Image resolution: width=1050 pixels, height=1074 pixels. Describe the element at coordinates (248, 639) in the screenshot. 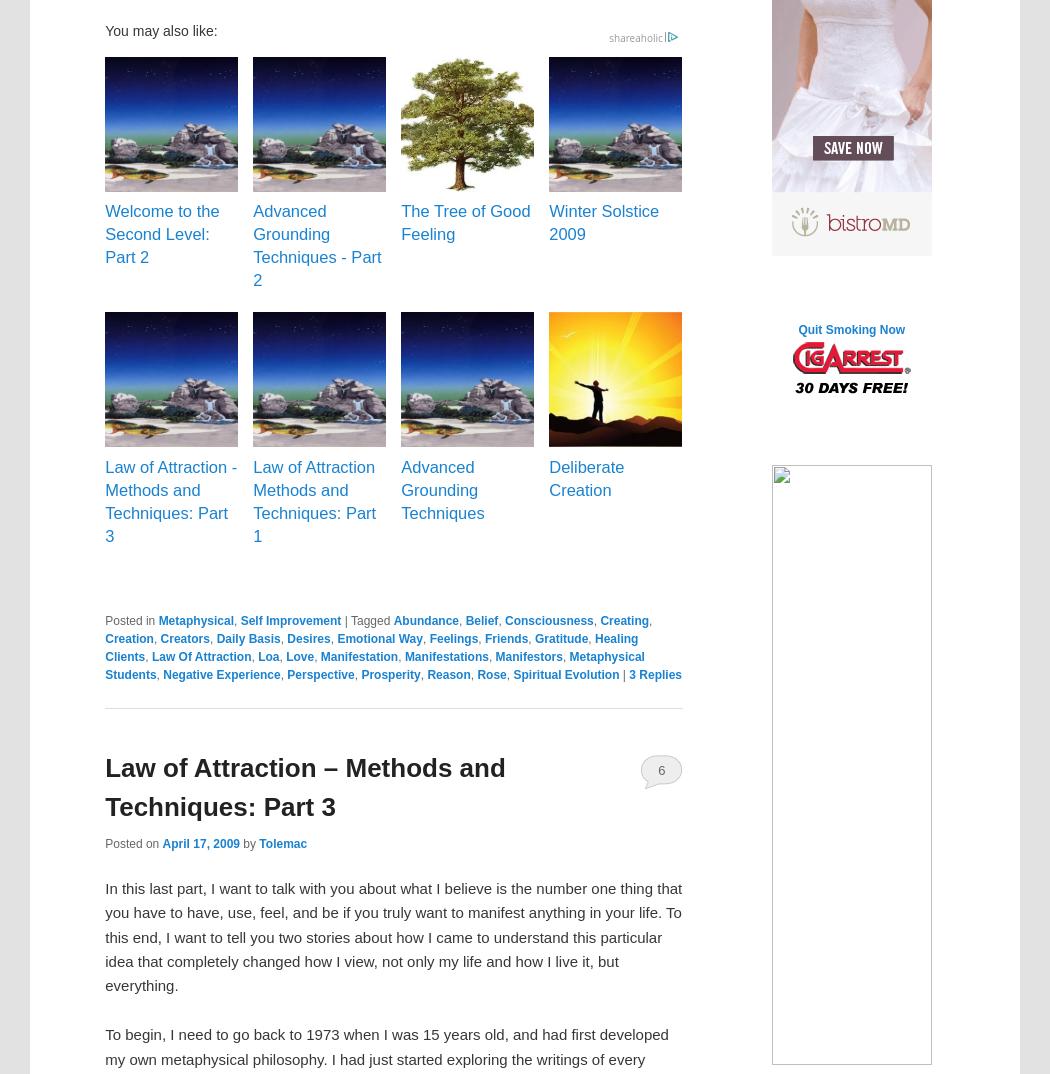

I see `'Daily Basis'` at that location.